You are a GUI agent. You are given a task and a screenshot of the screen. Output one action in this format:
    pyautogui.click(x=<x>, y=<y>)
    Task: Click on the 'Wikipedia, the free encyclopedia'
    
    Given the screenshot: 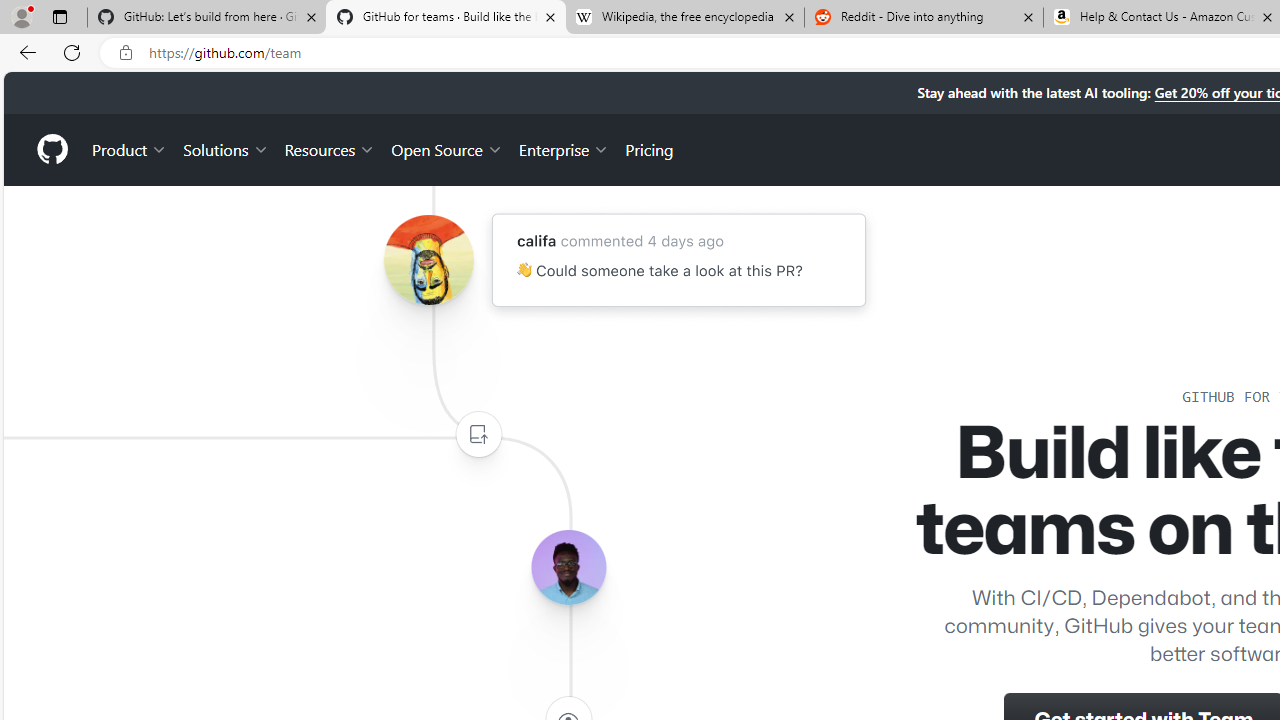 What is the action you would take?
    pyautogui.click(x=684, y=17)
    